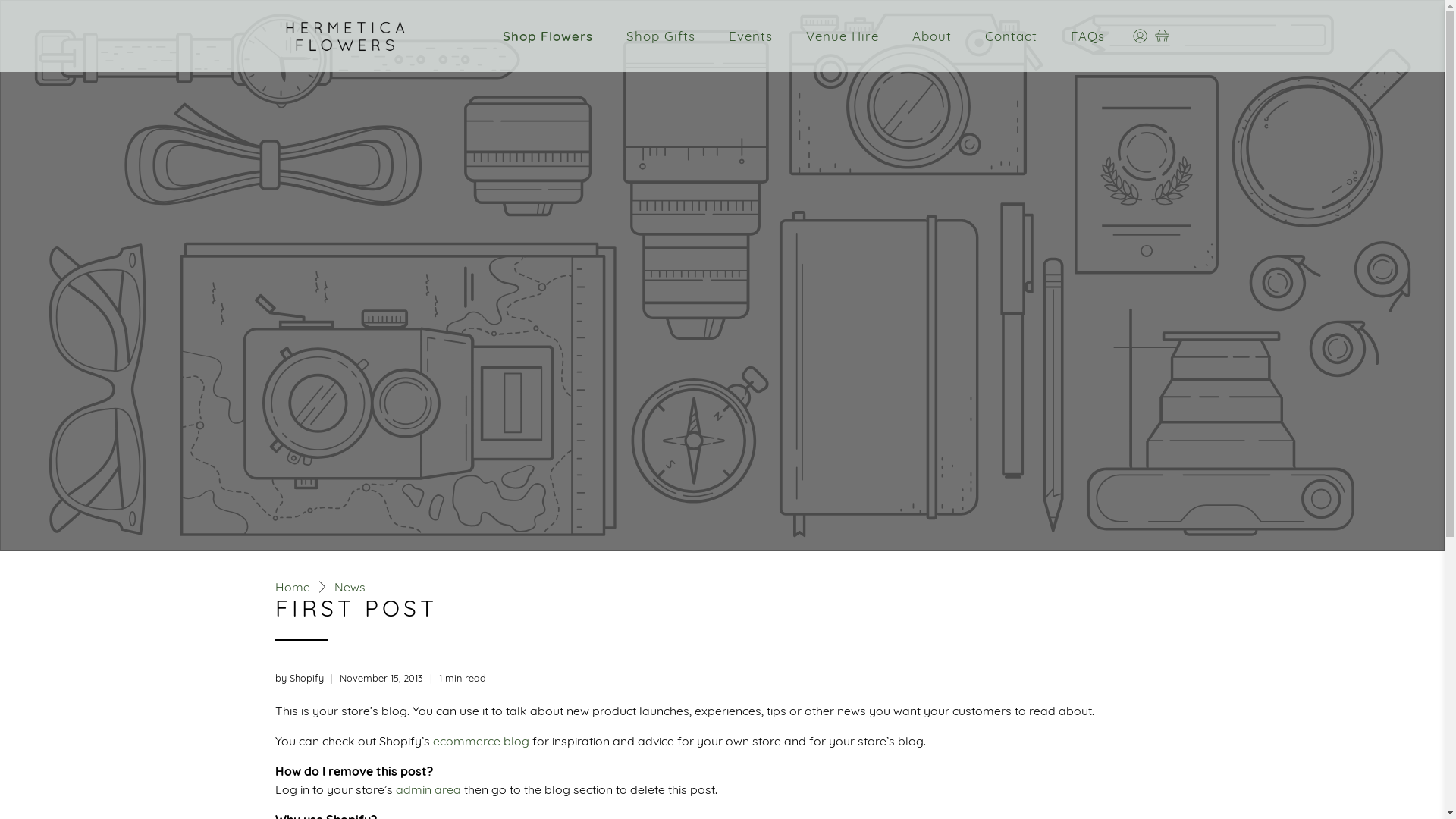 The image size is (1456, 819). What do you see at coordinates (750, 35) in the screenshot?
I see `'Events'` at bounding box center [750, 35].